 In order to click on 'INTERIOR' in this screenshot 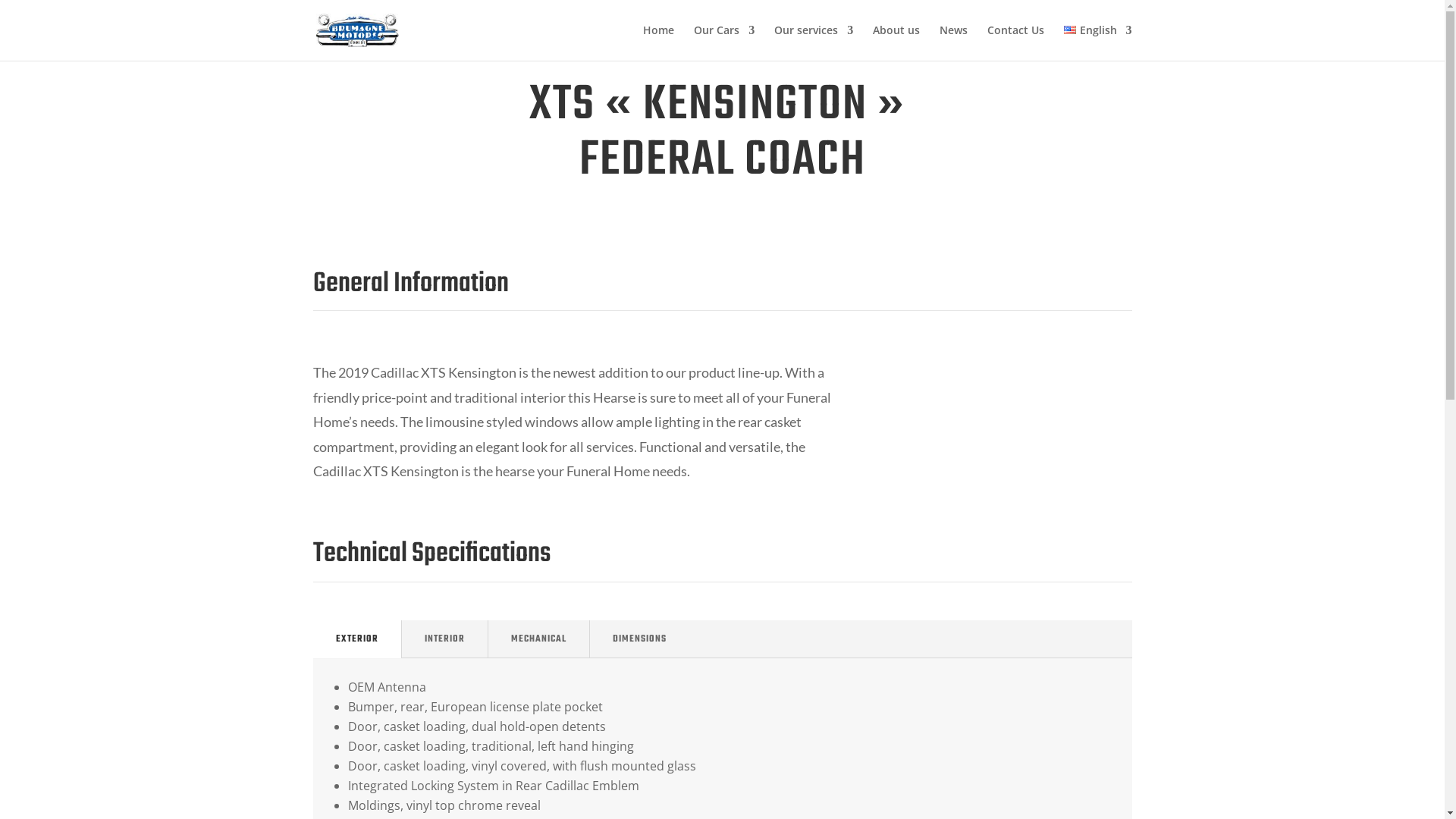, I will do `click(401, 639)`.